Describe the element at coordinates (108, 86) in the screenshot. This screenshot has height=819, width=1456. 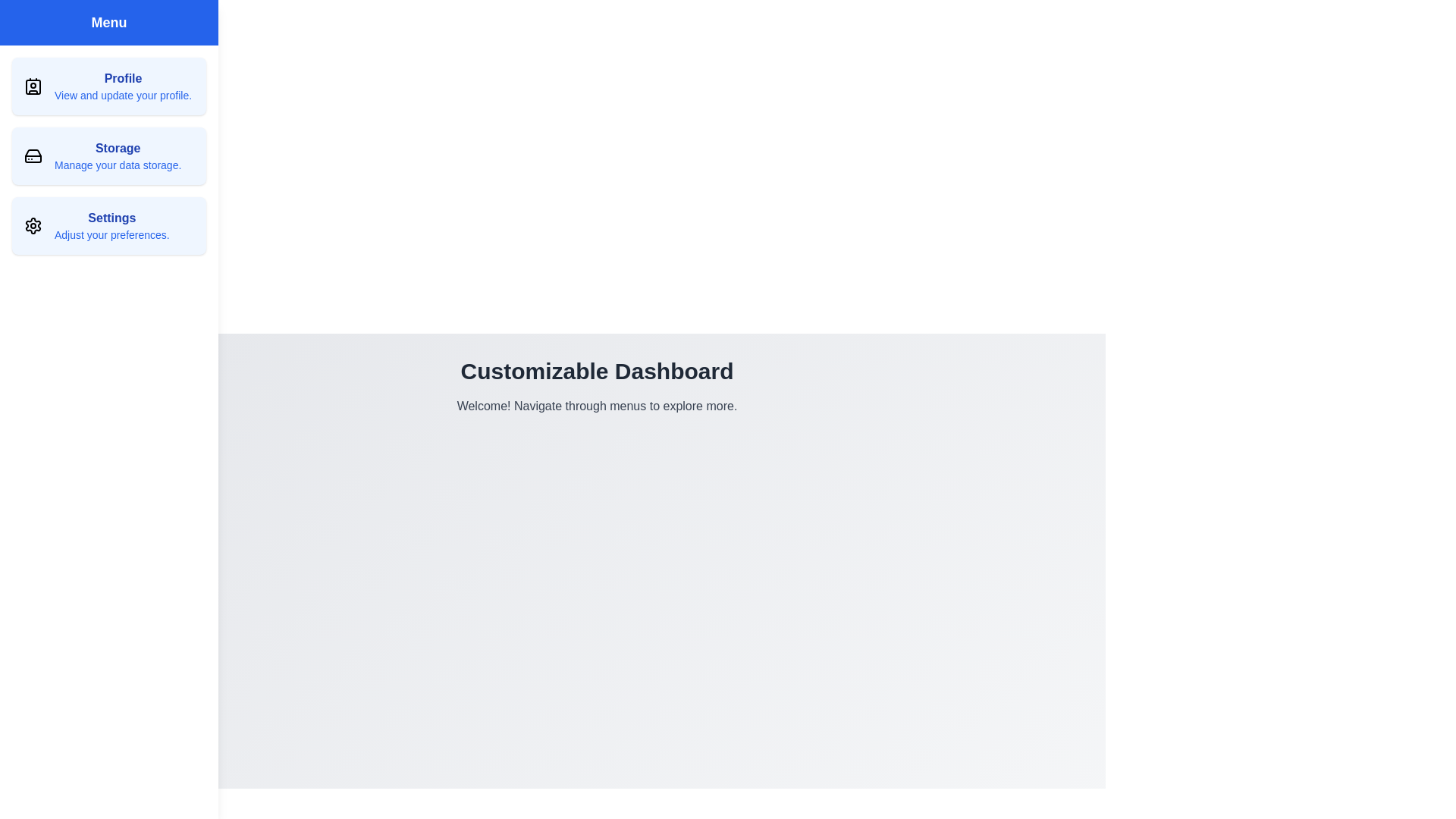
I see `the 'Profile' menu item to view and update your profile` at that location.